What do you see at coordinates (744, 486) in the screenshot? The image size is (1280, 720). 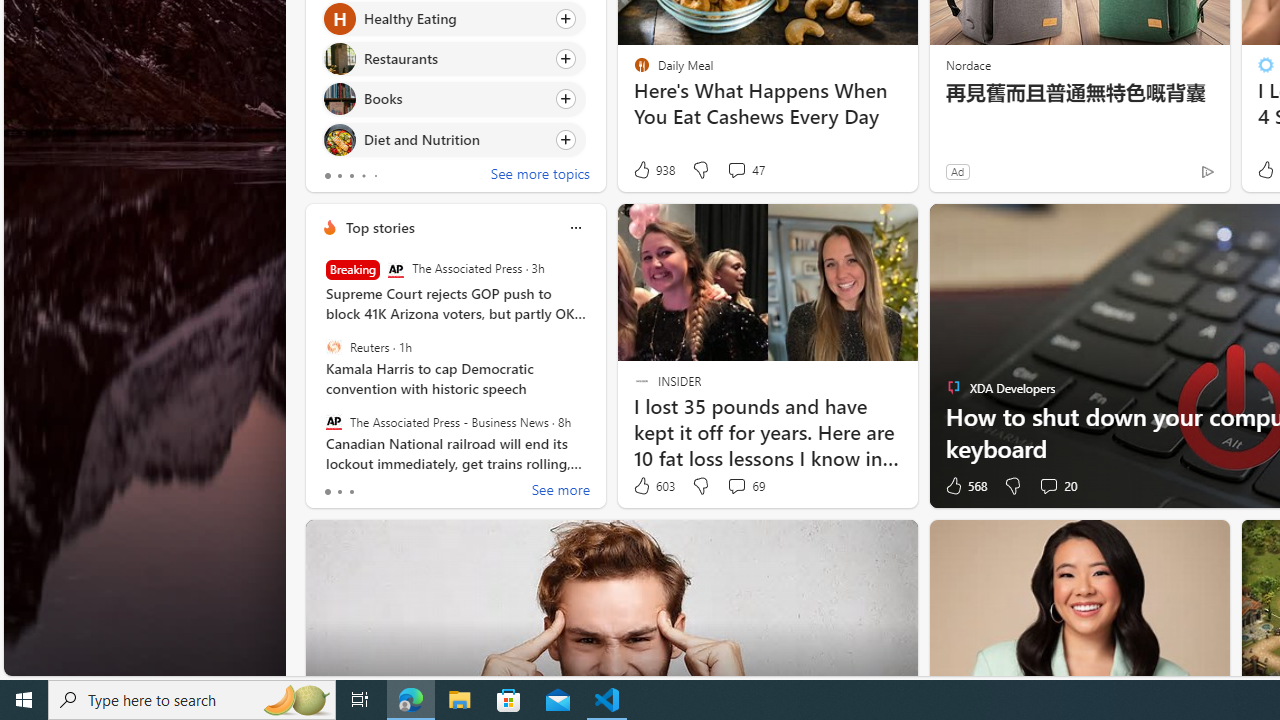 I see `'View comments 69 Comment'` at bounding box center [744, 486].